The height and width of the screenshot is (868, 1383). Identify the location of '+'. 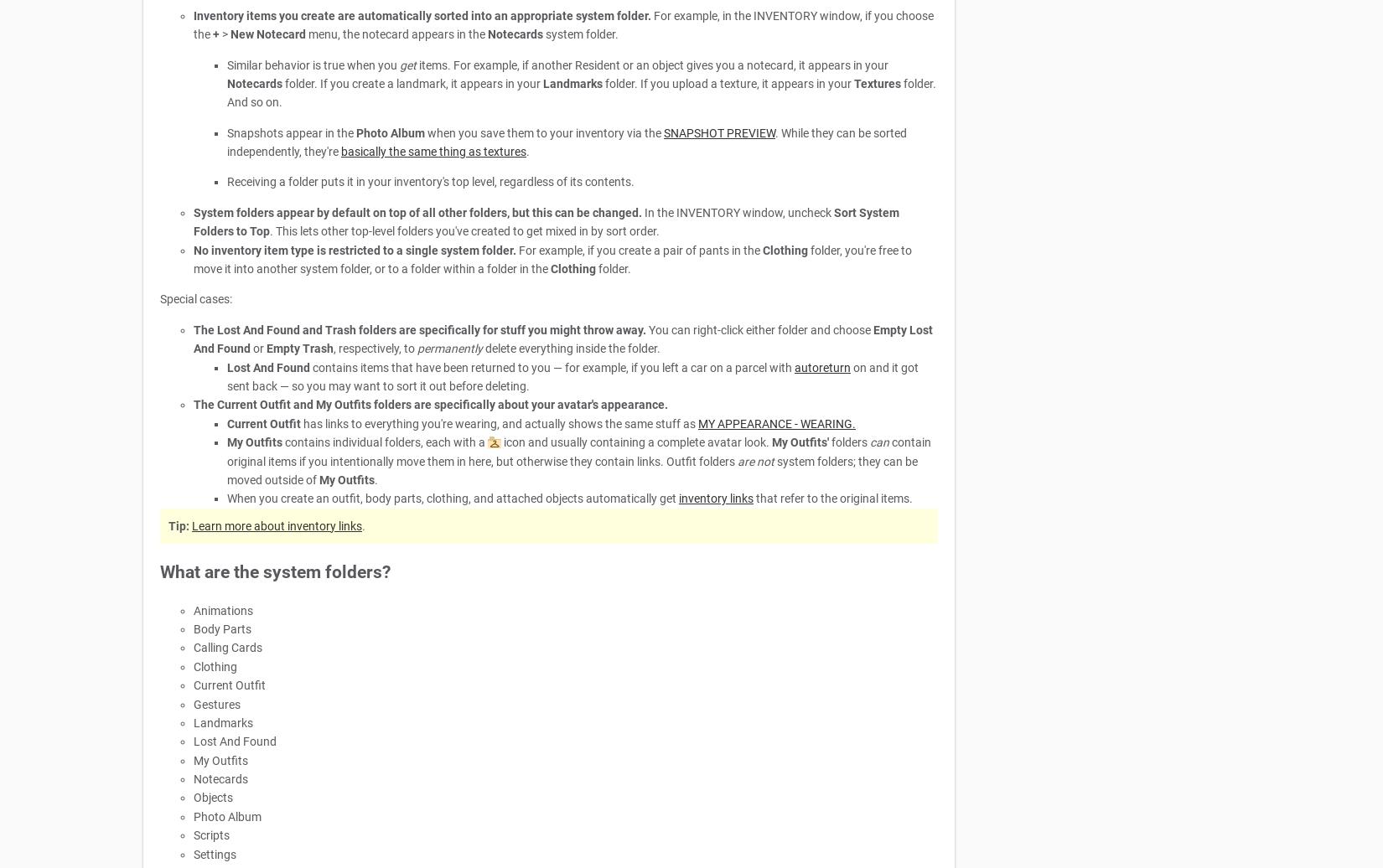
(216, 34).